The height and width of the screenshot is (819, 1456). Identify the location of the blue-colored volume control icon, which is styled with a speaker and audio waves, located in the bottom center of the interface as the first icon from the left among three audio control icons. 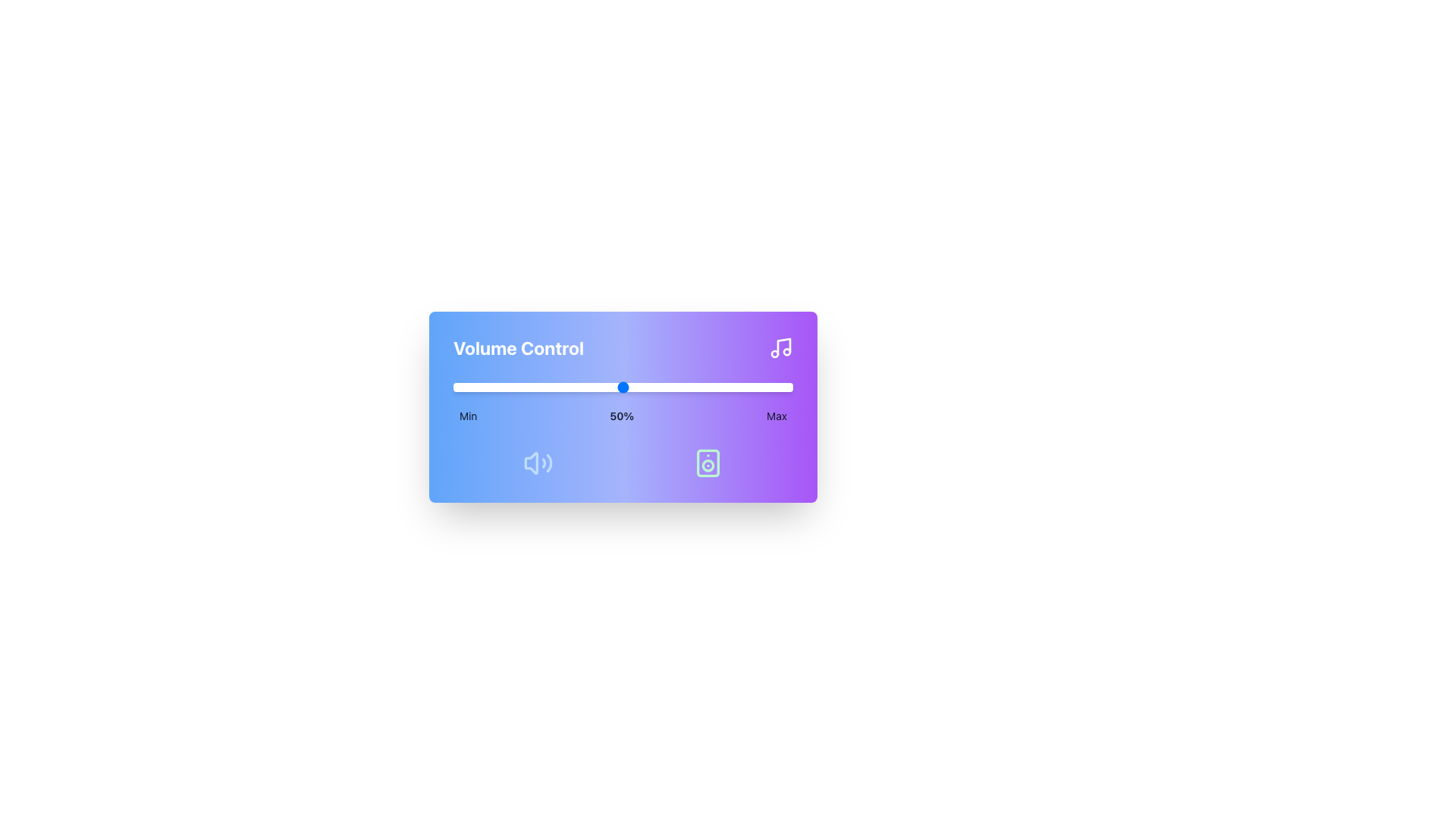
(538, 462).